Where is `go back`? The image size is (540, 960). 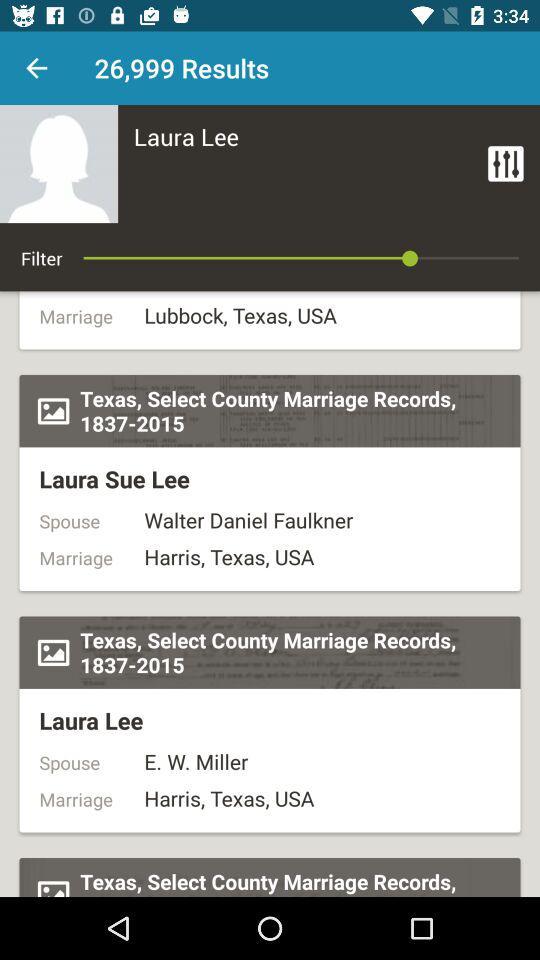 go back is located at coordinates (36, 68).